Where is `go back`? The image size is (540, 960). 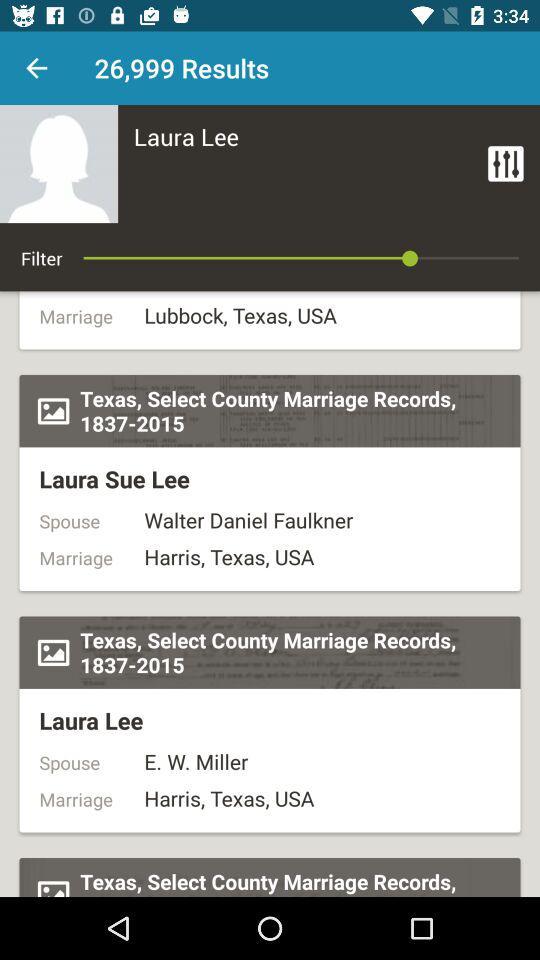 go back is located at coordinates (36, 68).